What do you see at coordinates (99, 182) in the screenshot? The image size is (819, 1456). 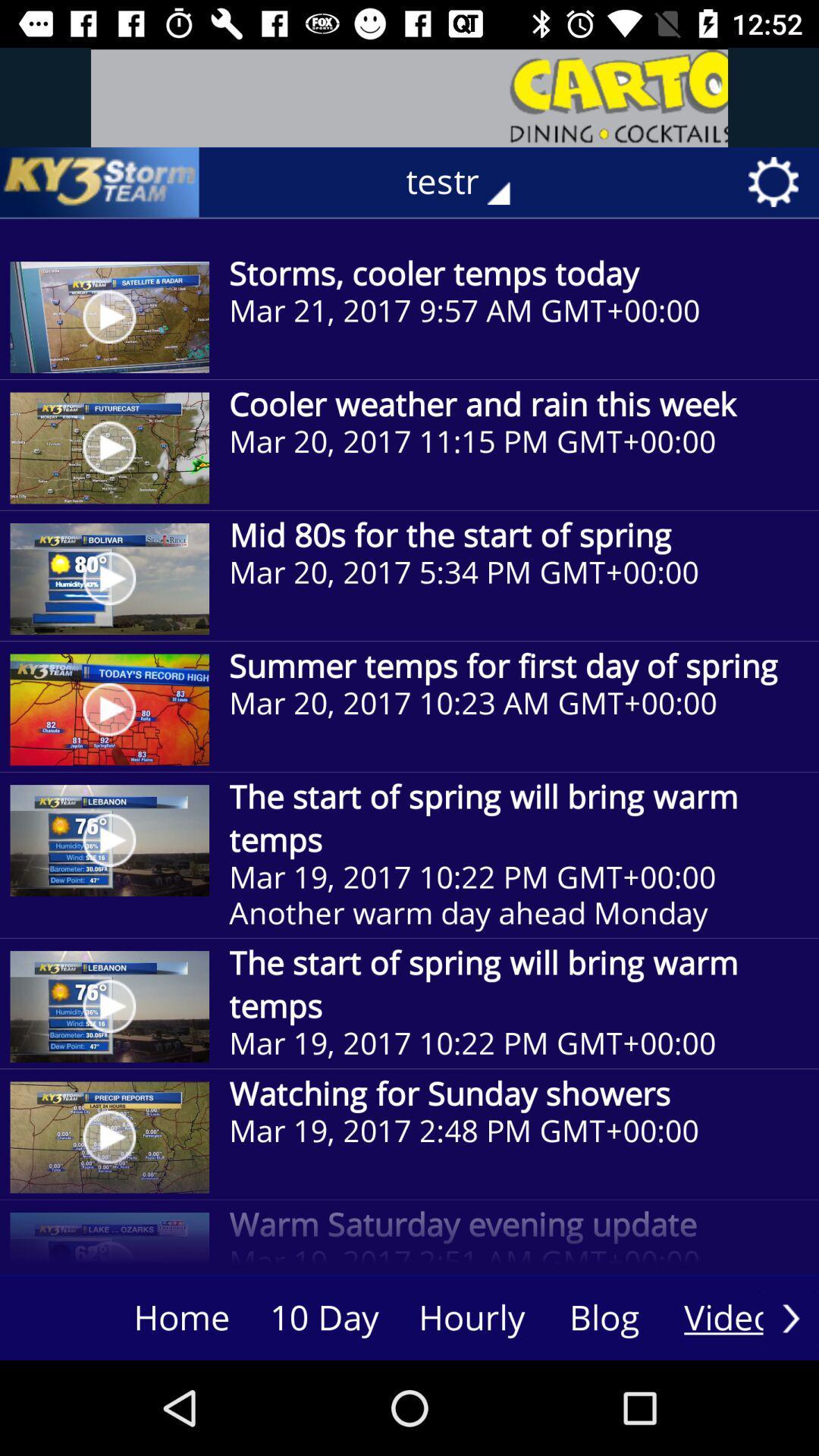 I see `item to the left of the testr` at bounding box center [99, 182].